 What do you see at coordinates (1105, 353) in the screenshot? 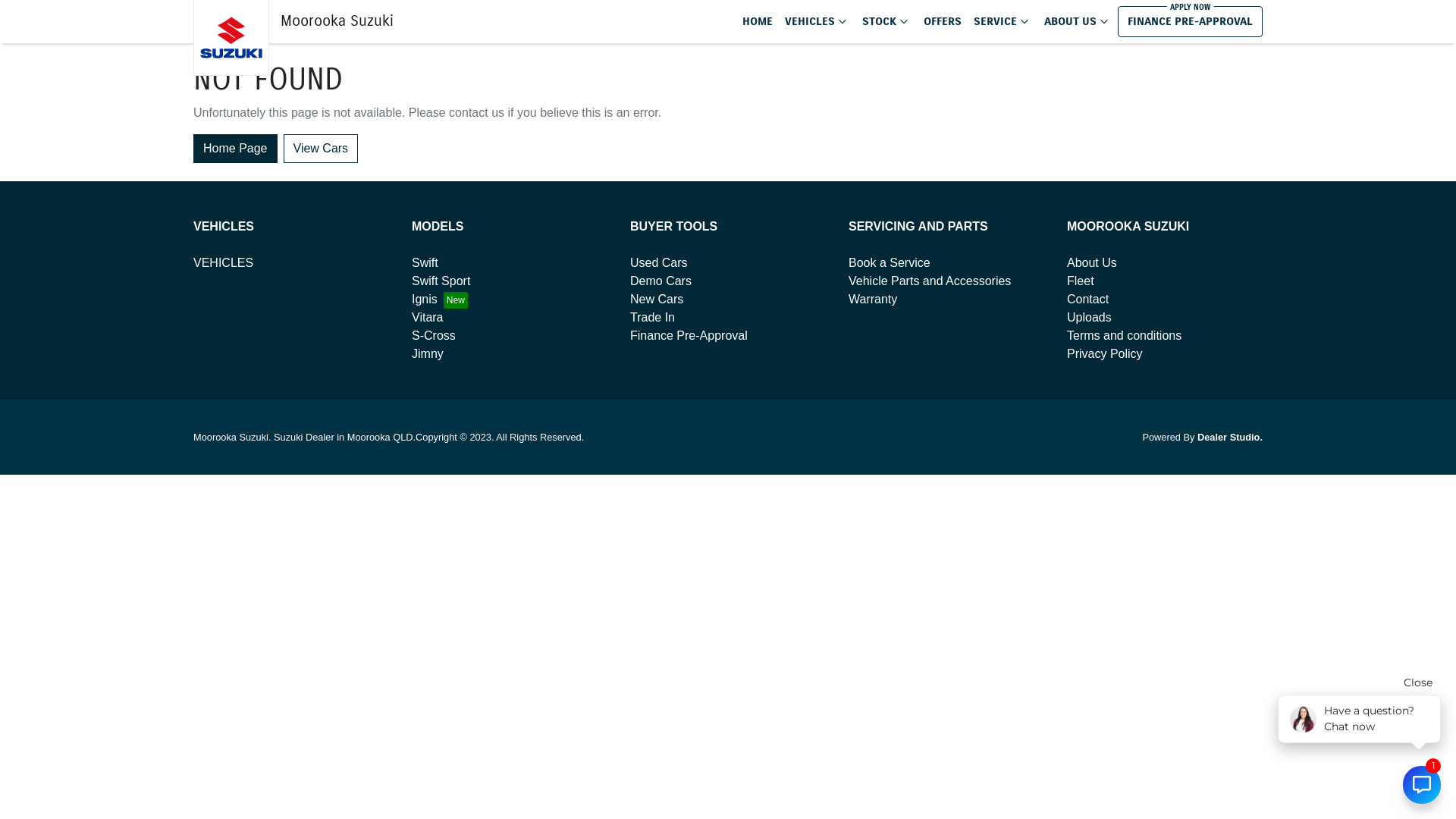
I see `'Privacy Policy'` at bounding box center [1105, 353].